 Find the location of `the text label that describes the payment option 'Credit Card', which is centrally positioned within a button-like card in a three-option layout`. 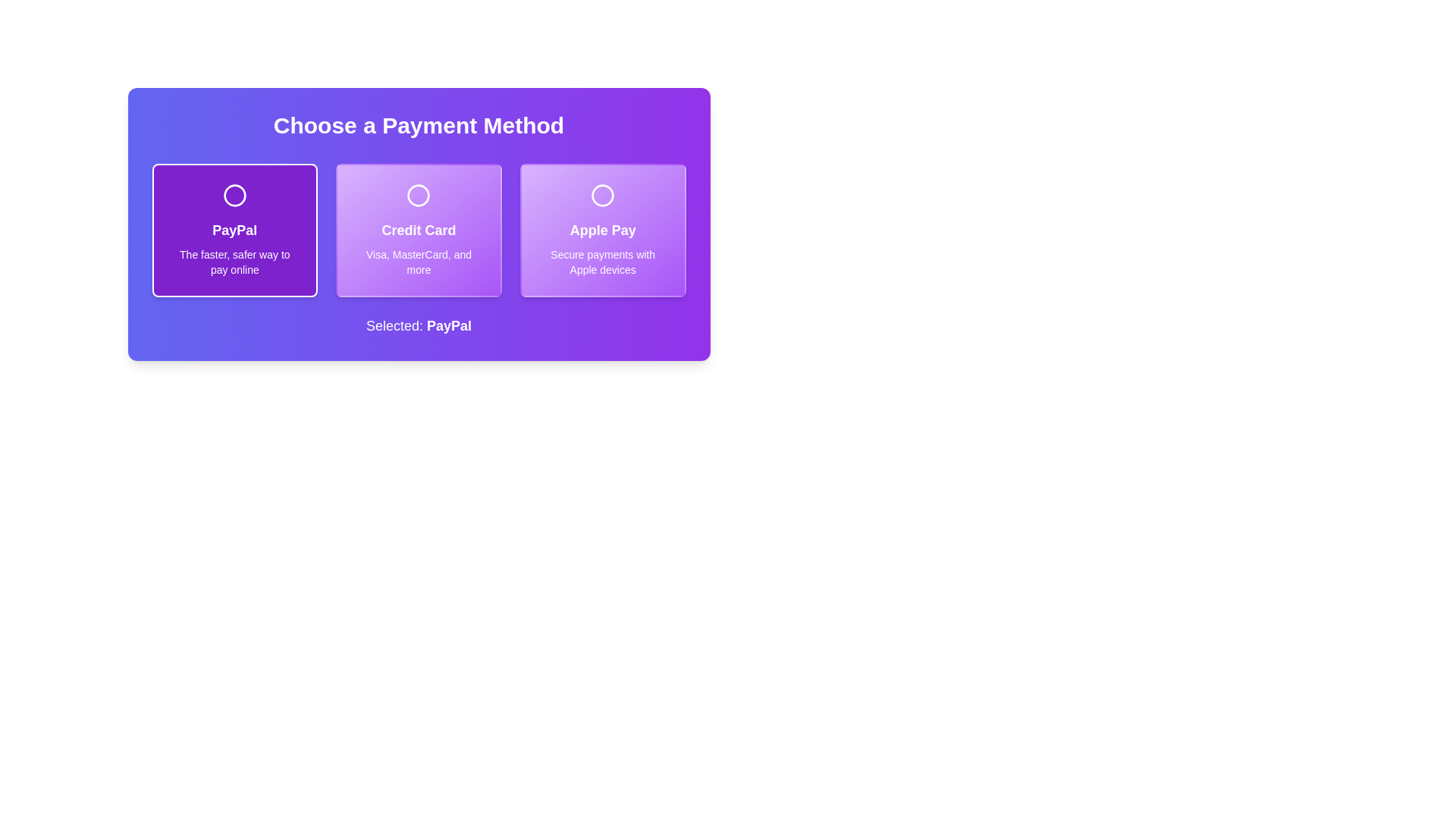

the text label that describes the payment option 'Credit Card', which is centrally positioned within a button-like card in a three-option layout is located at coordinates (419, 231).